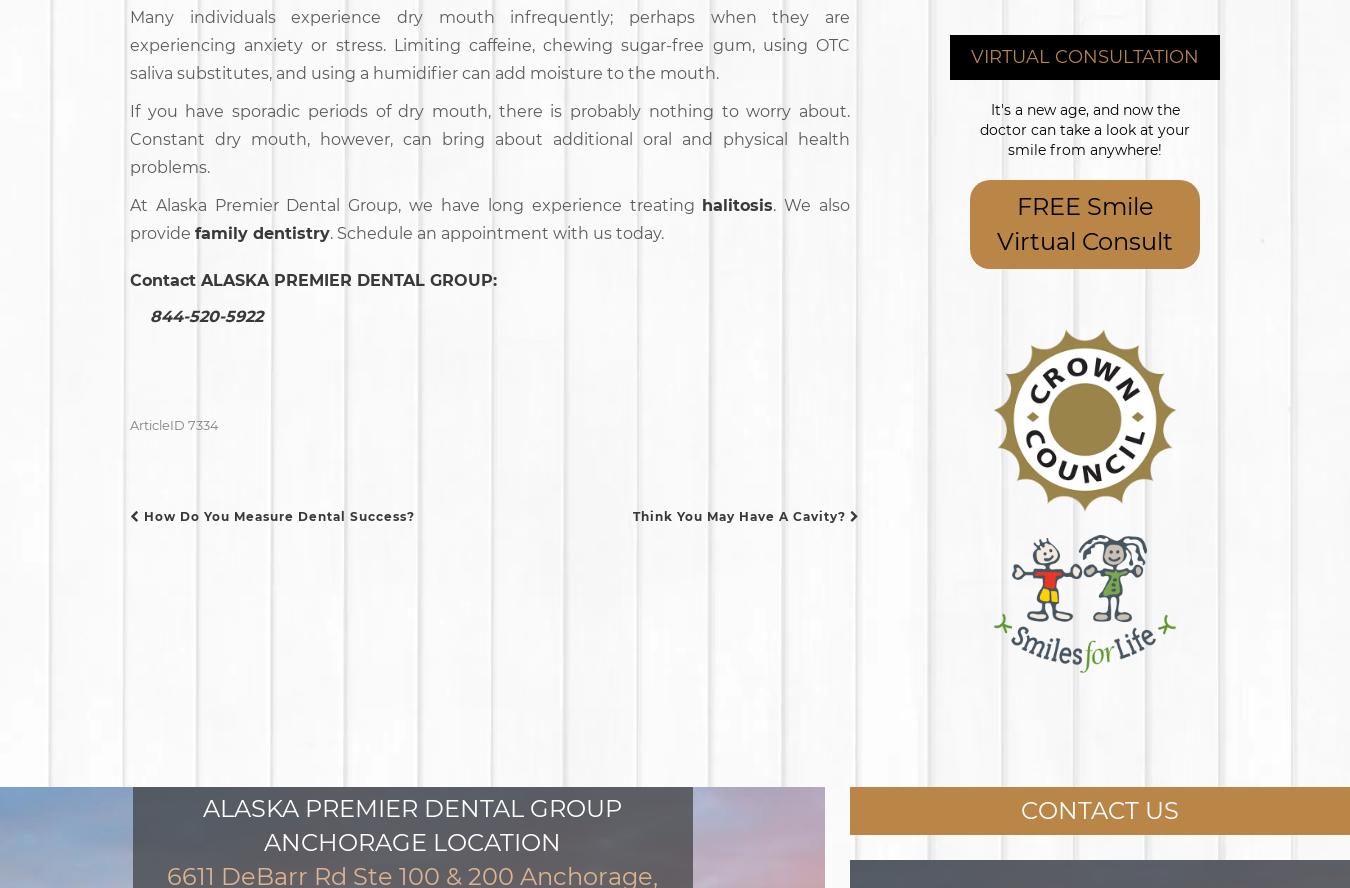 The width and height of the screenshot is (1350, 888). I want to click on 'How Do You Measure Dental Success?', so click(139, 514).